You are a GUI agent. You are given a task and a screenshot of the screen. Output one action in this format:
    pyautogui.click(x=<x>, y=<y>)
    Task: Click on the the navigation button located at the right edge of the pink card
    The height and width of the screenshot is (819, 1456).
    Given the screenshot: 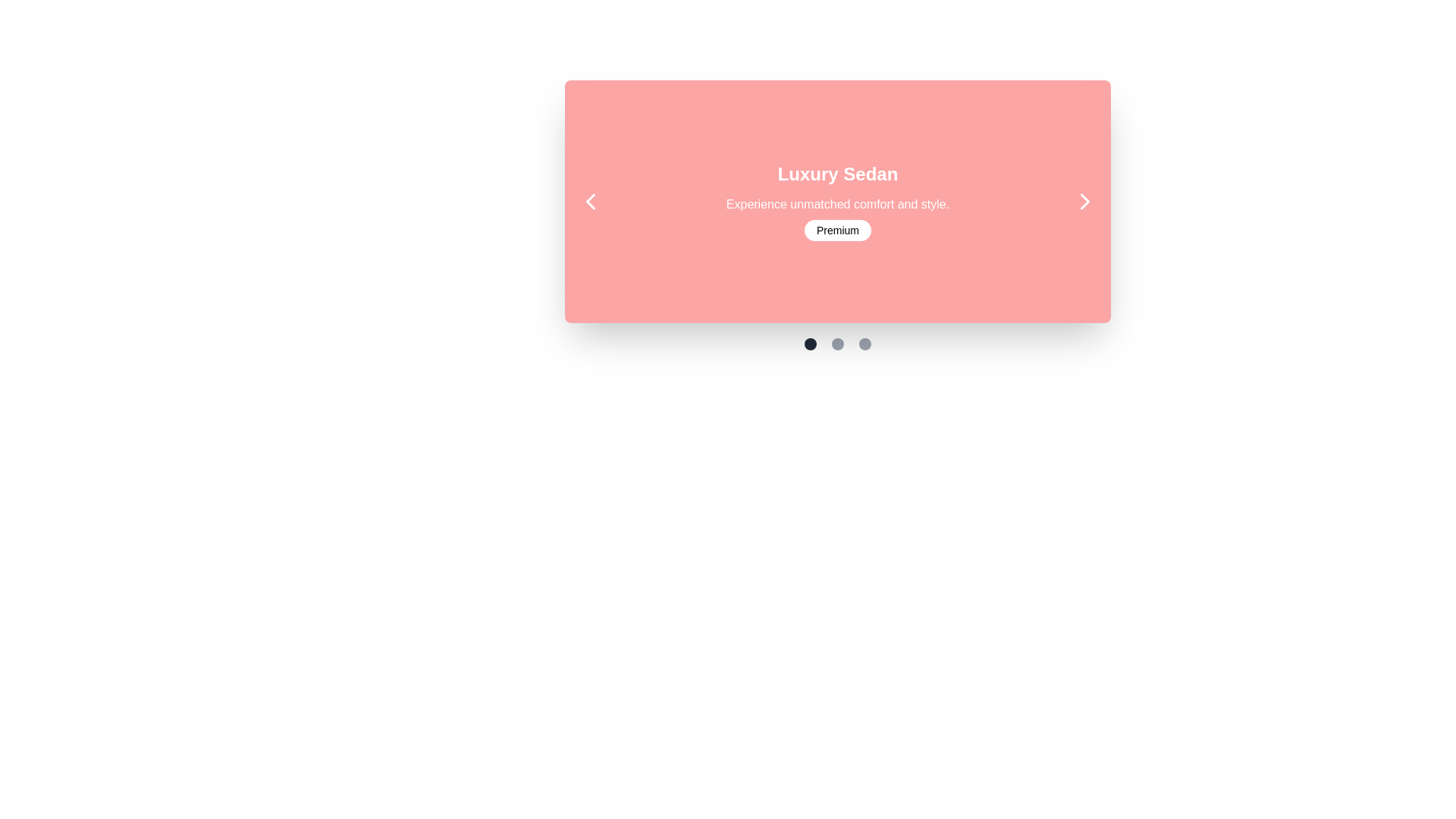 What is the action you would take?
    pyautogui.click(x=1084, y=201)
    